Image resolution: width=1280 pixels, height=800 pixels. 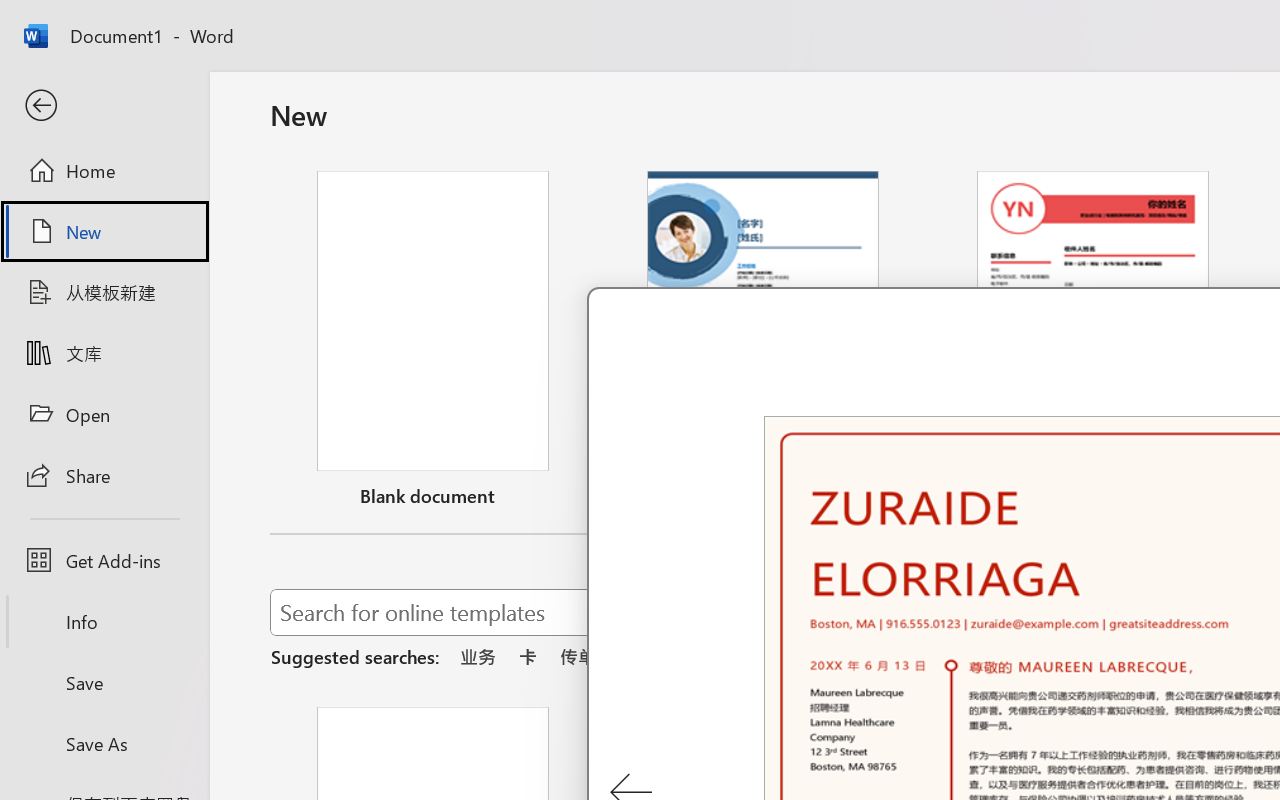 What do you see at coordinates (103, 231) in the screenshot?
I see `'New'` at bounding box center [103, 231].